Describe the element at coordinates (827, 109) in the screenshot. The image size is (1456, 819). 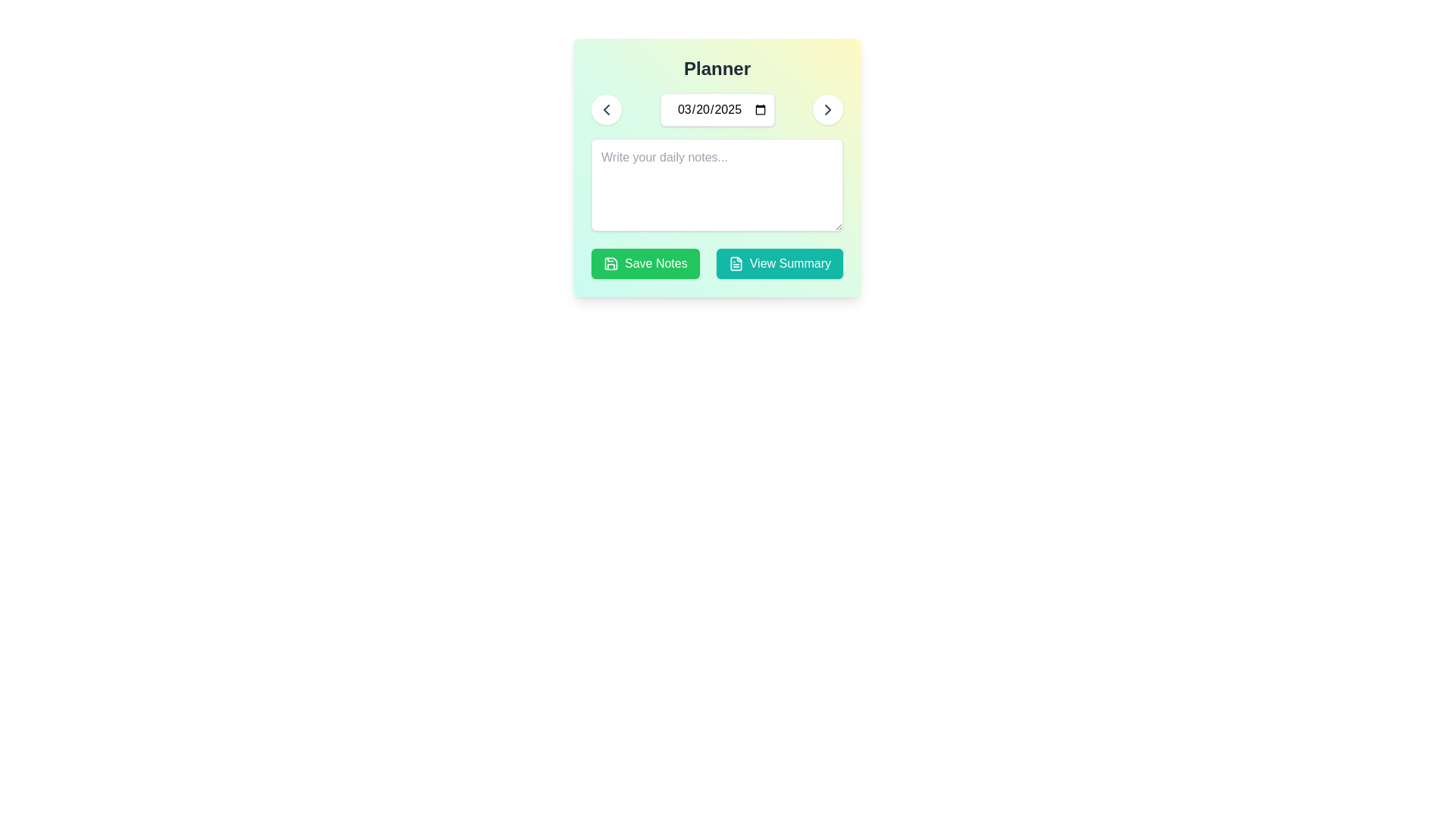
I see `the right-facing chevron icon inside the circular button with a light gray background, located to the right of the date selection field in the planner widget` at that location.